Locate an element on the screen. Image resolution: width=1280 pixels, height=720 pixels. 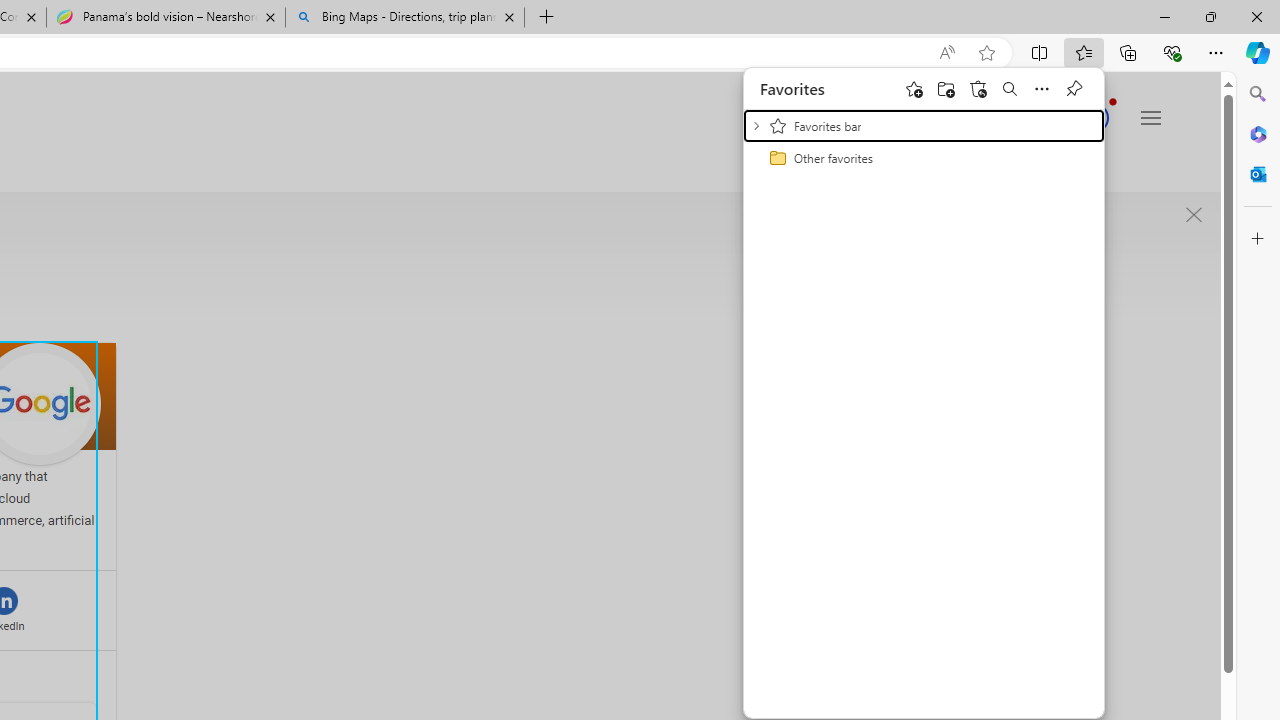
'Restore deleted favorites' is located at coordinates (977, 87).